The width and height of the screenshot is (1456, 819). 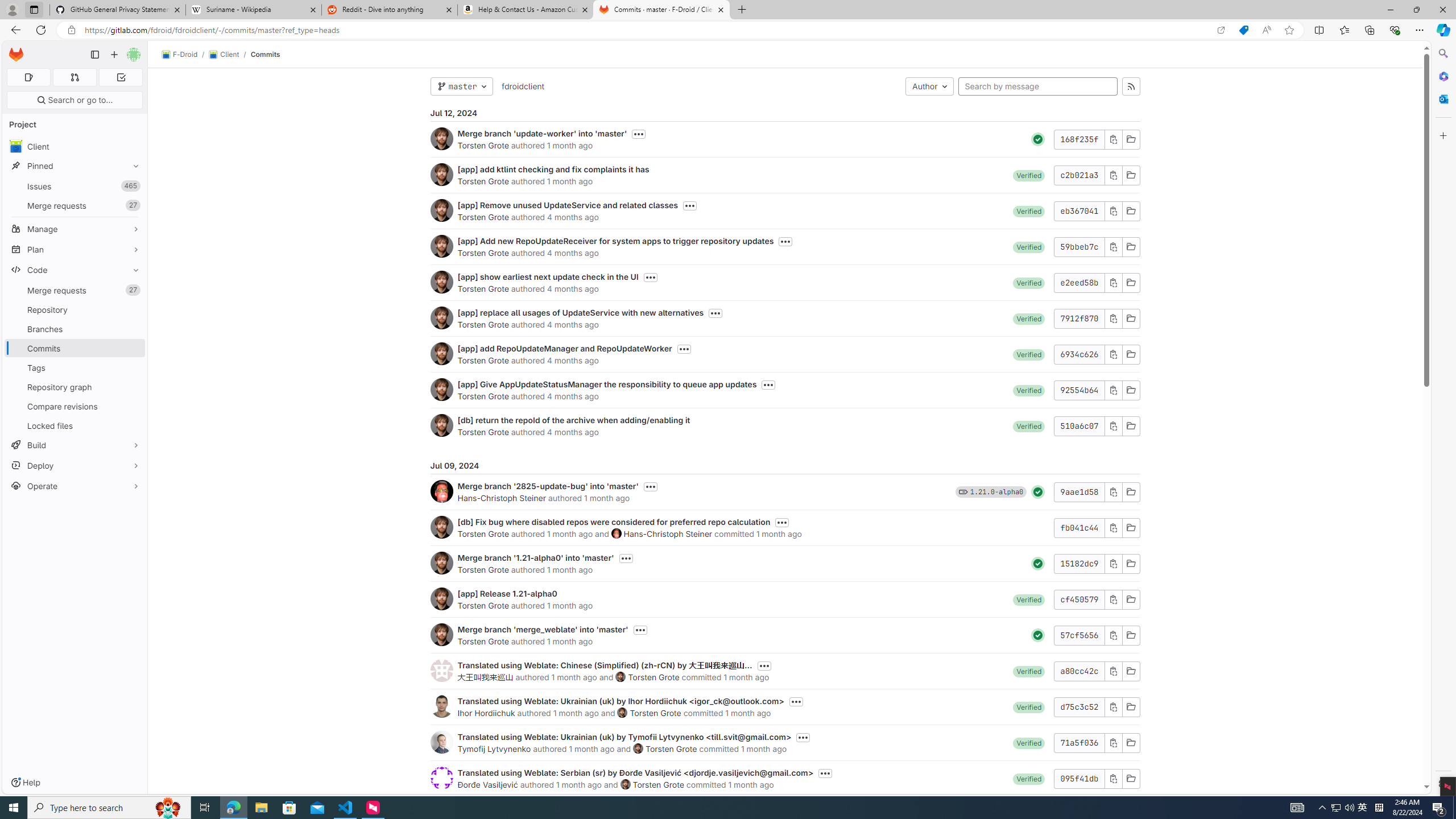 I want to click on 'Primary navigation sidebar', so click(x=94, y=54).